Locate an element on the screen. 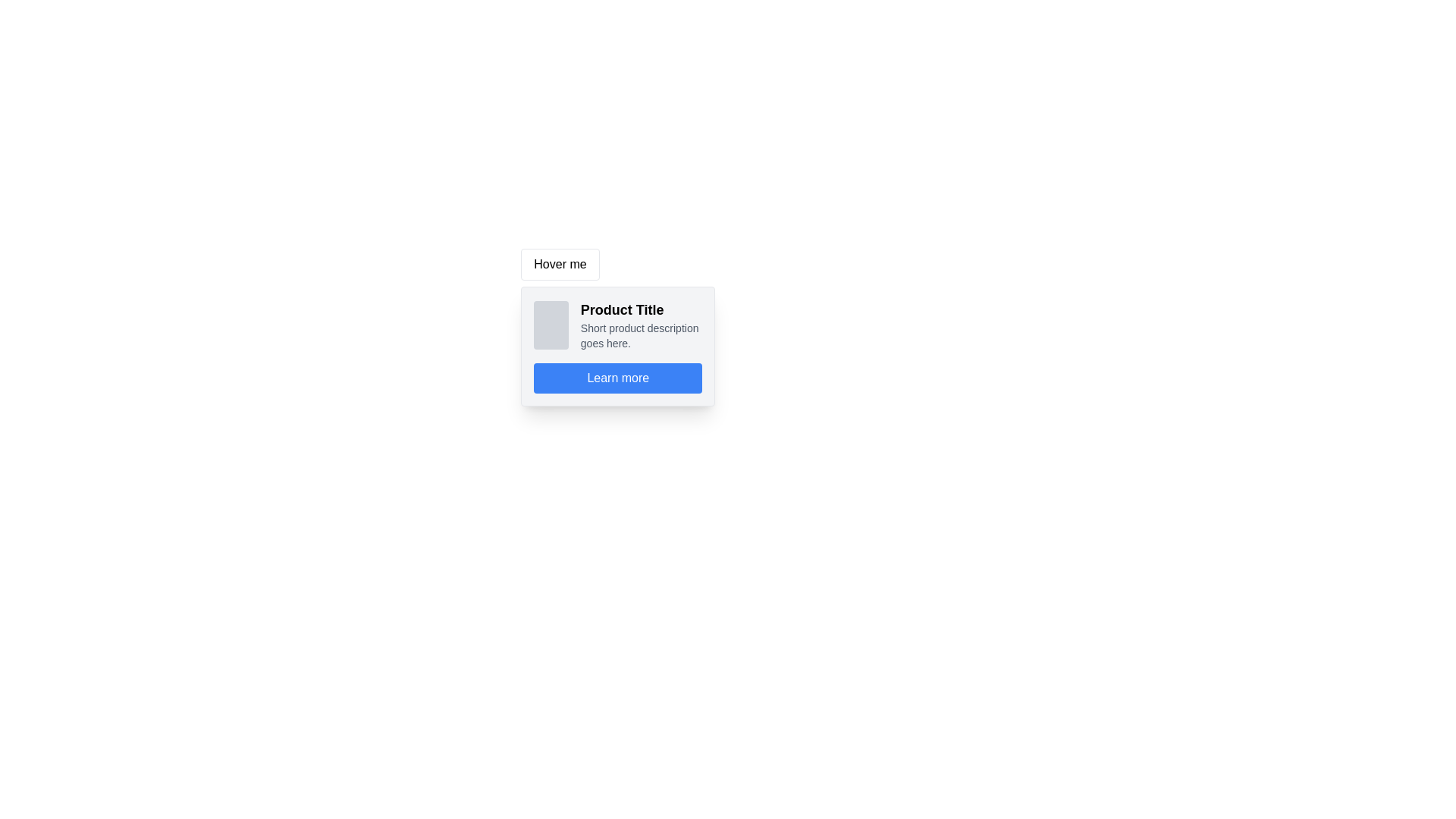 This screenshot has width=1456, height=819. the 'Product Title' text block displayed in bold and large font at the top of the product card is located at coordinates (642, 309).